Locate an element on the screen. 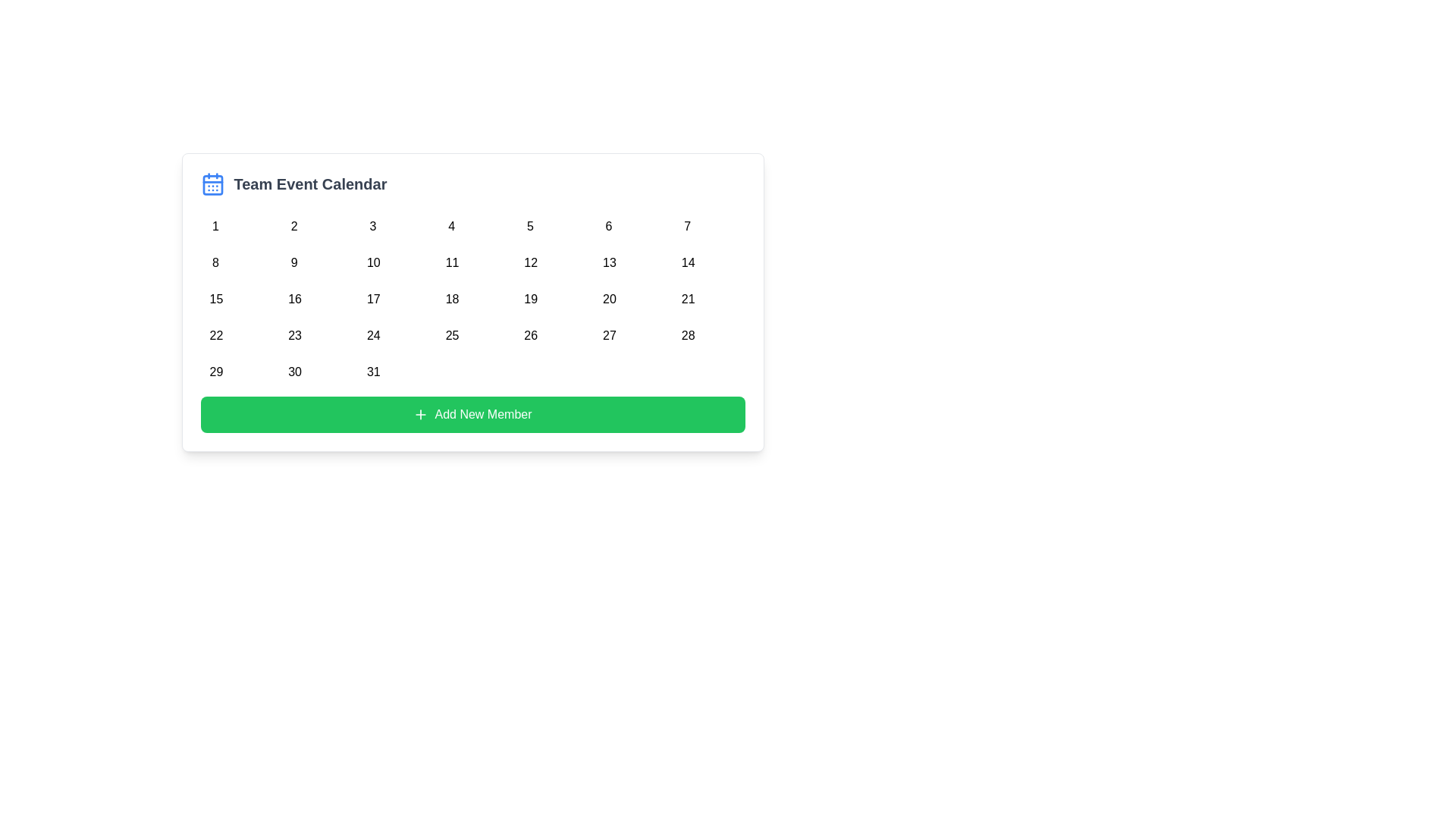 The width and height of the screenshot is (1456, 819). the calendar date button located in the fifth row and fourth column of the grid is located at coordinates (372, 332).